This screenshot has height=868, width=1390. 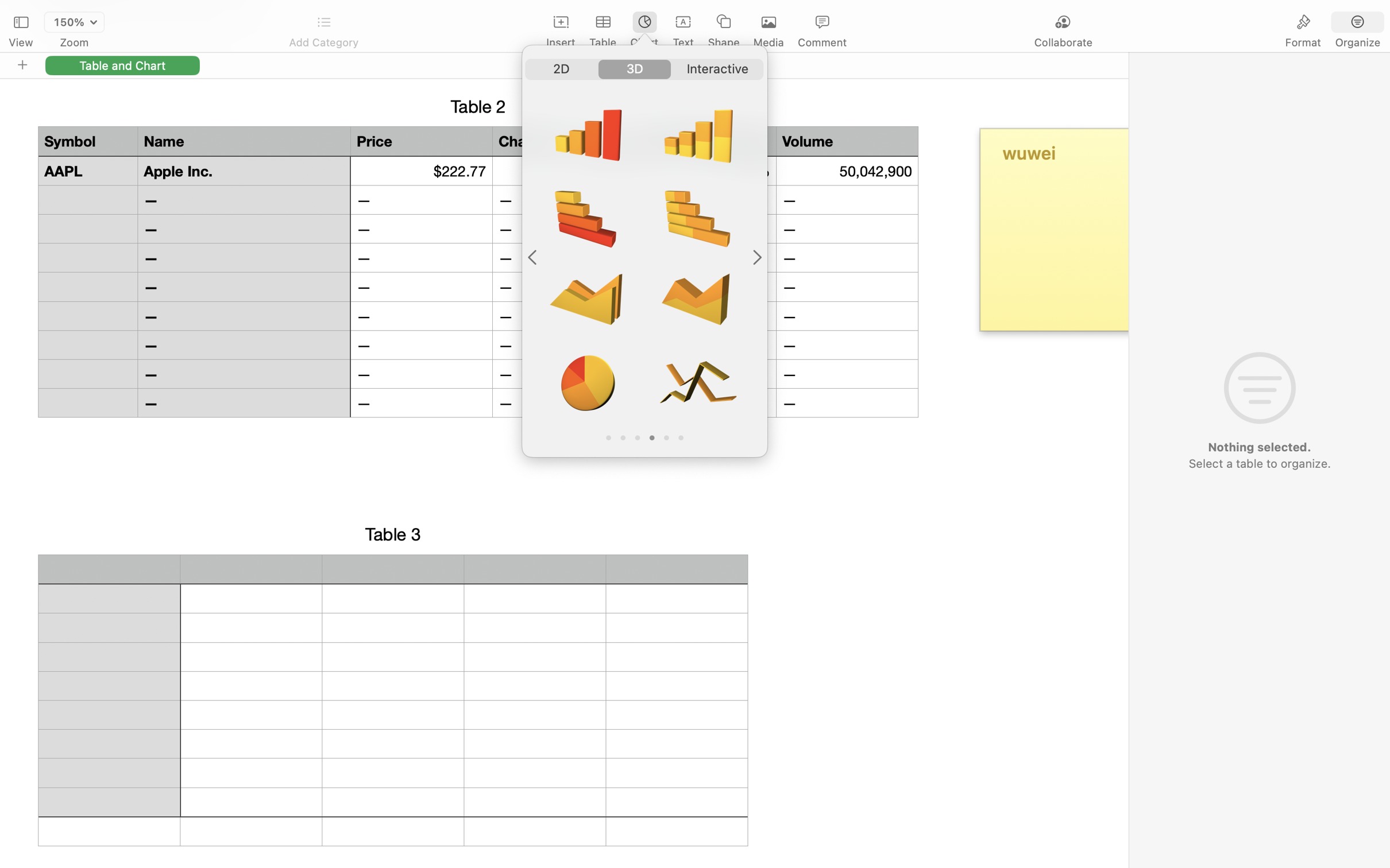 I want to click on 'Nothing selected.', so click(x=1258, y=447).